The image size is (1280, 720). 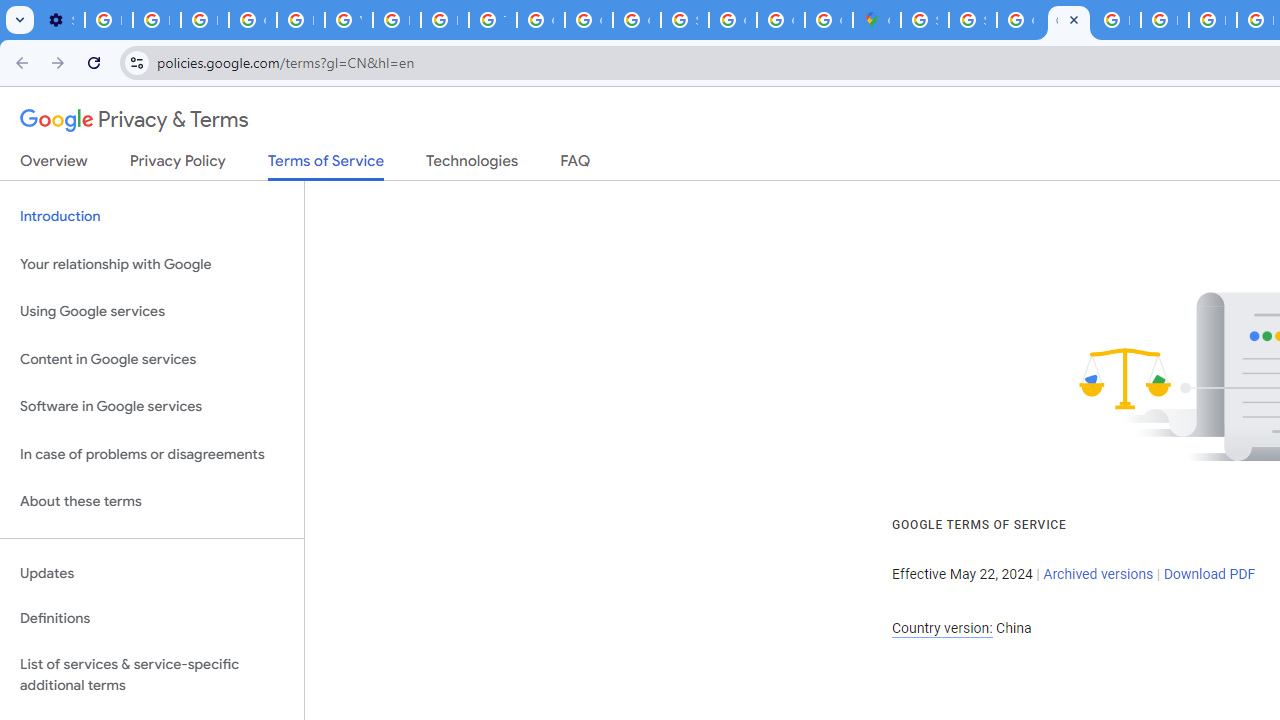 I want to click on 'Settings - Customize profile', so click(x=60, y=20).